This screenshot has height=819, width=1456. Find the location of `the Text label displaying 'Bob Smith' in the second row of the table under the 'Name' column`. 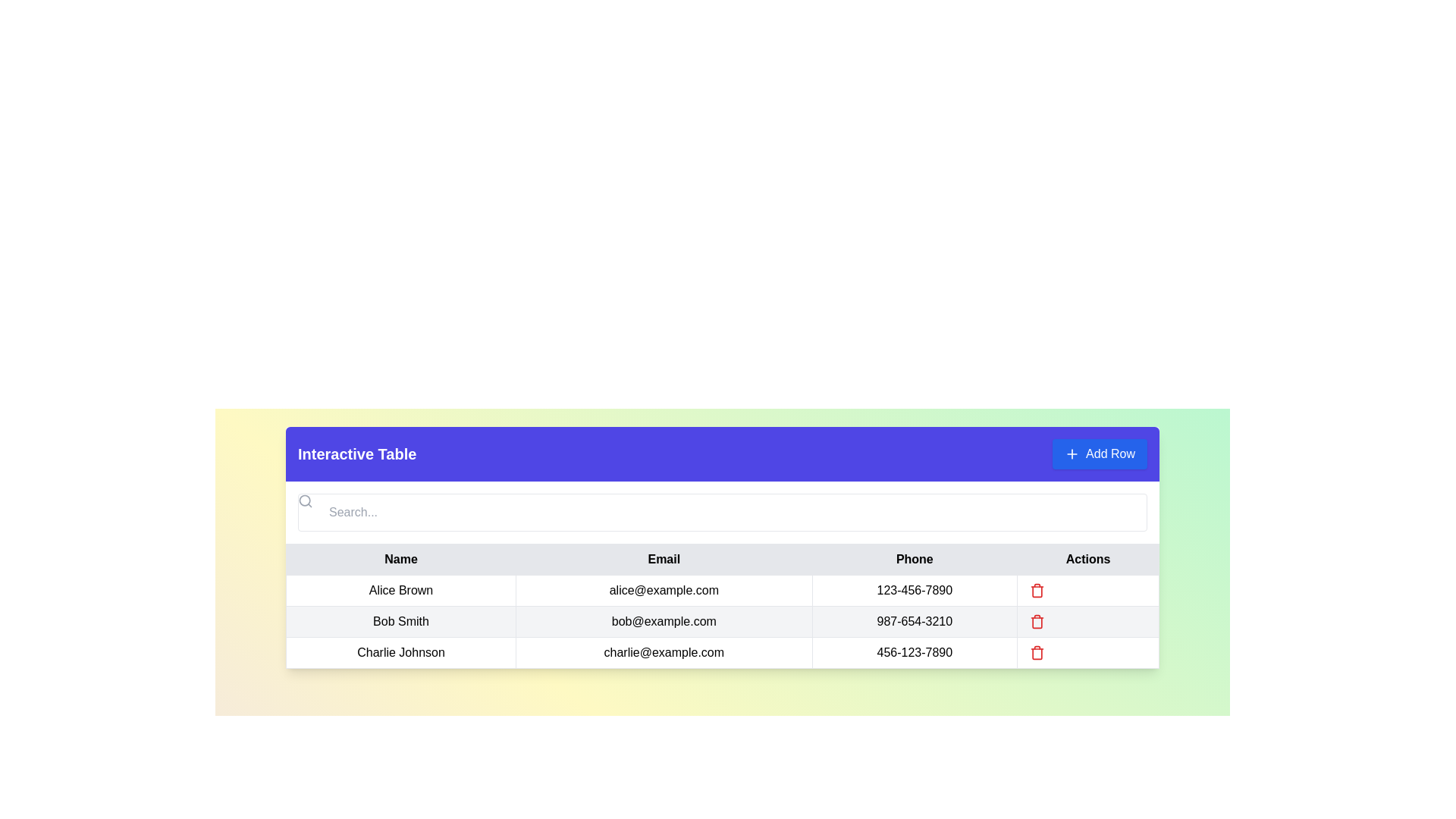

the Text label displaying 'Bob Smith' in the second row of the table under the 'Name' column is located at coordinates (400, 622).